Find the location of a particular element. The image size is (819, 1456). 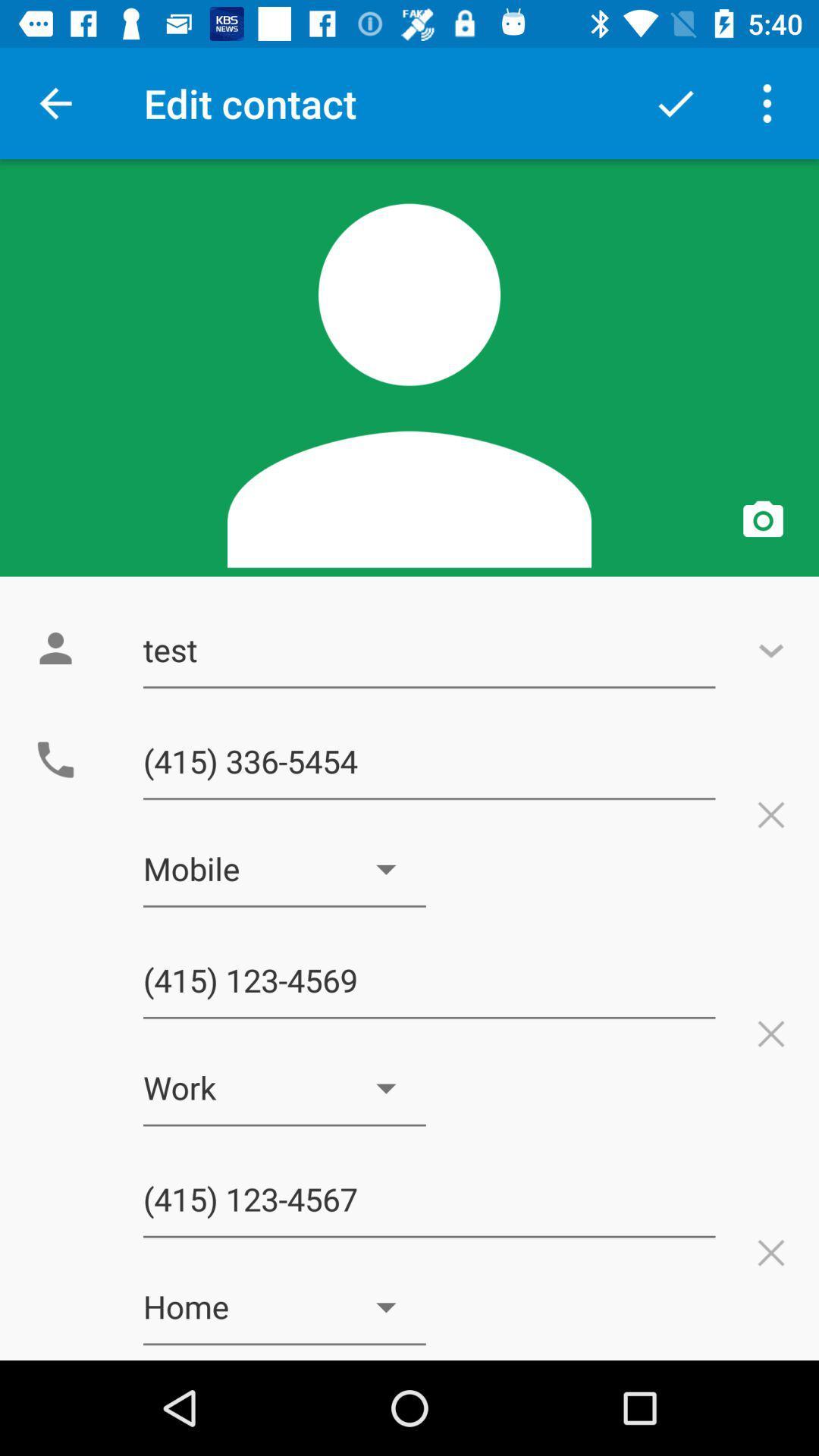

option left to menu button at top right is located at coordinates (675, 103).